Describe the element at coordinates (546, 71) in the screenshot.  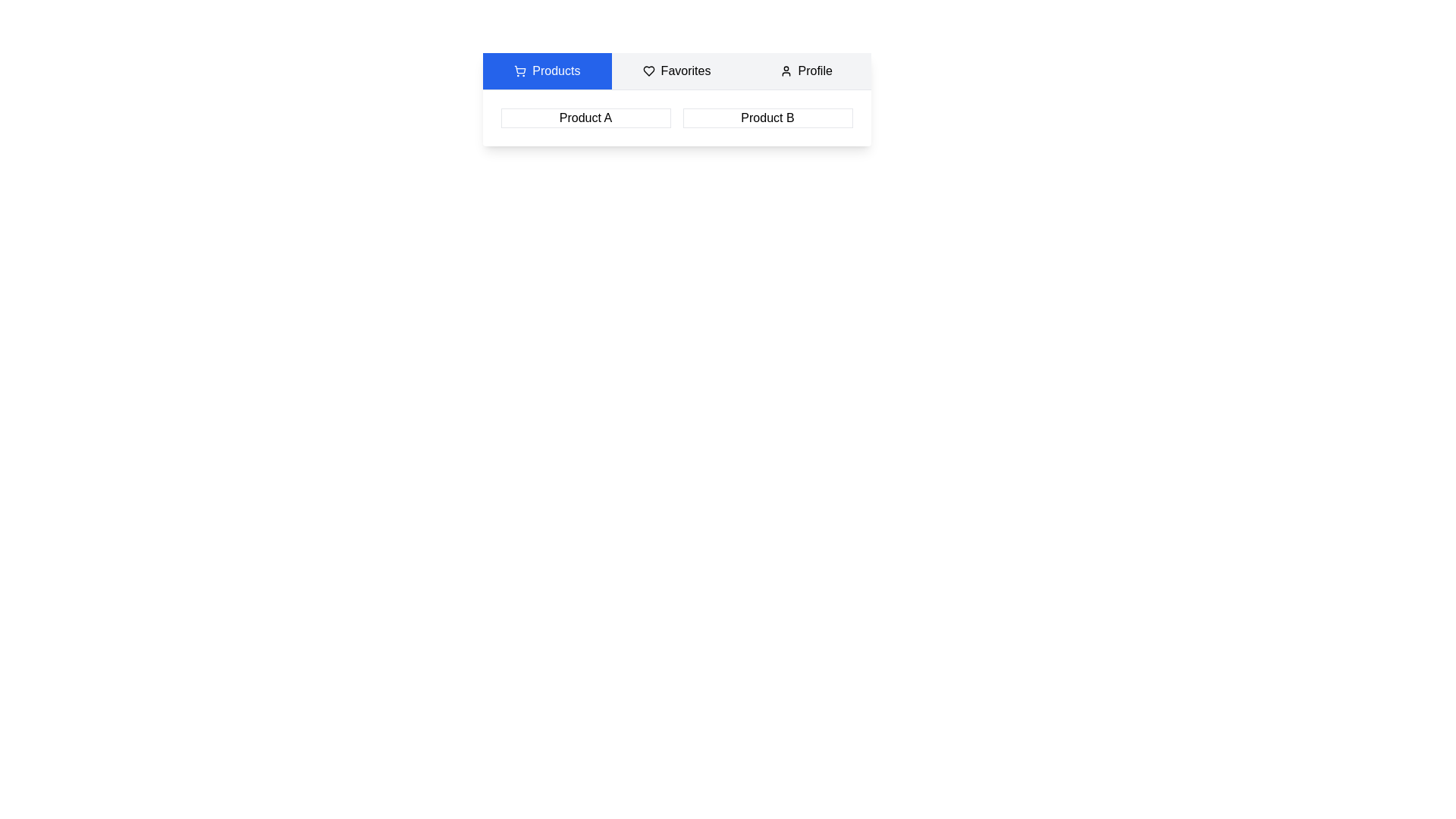
I see `the 'Products' tab to view its content` at that location.